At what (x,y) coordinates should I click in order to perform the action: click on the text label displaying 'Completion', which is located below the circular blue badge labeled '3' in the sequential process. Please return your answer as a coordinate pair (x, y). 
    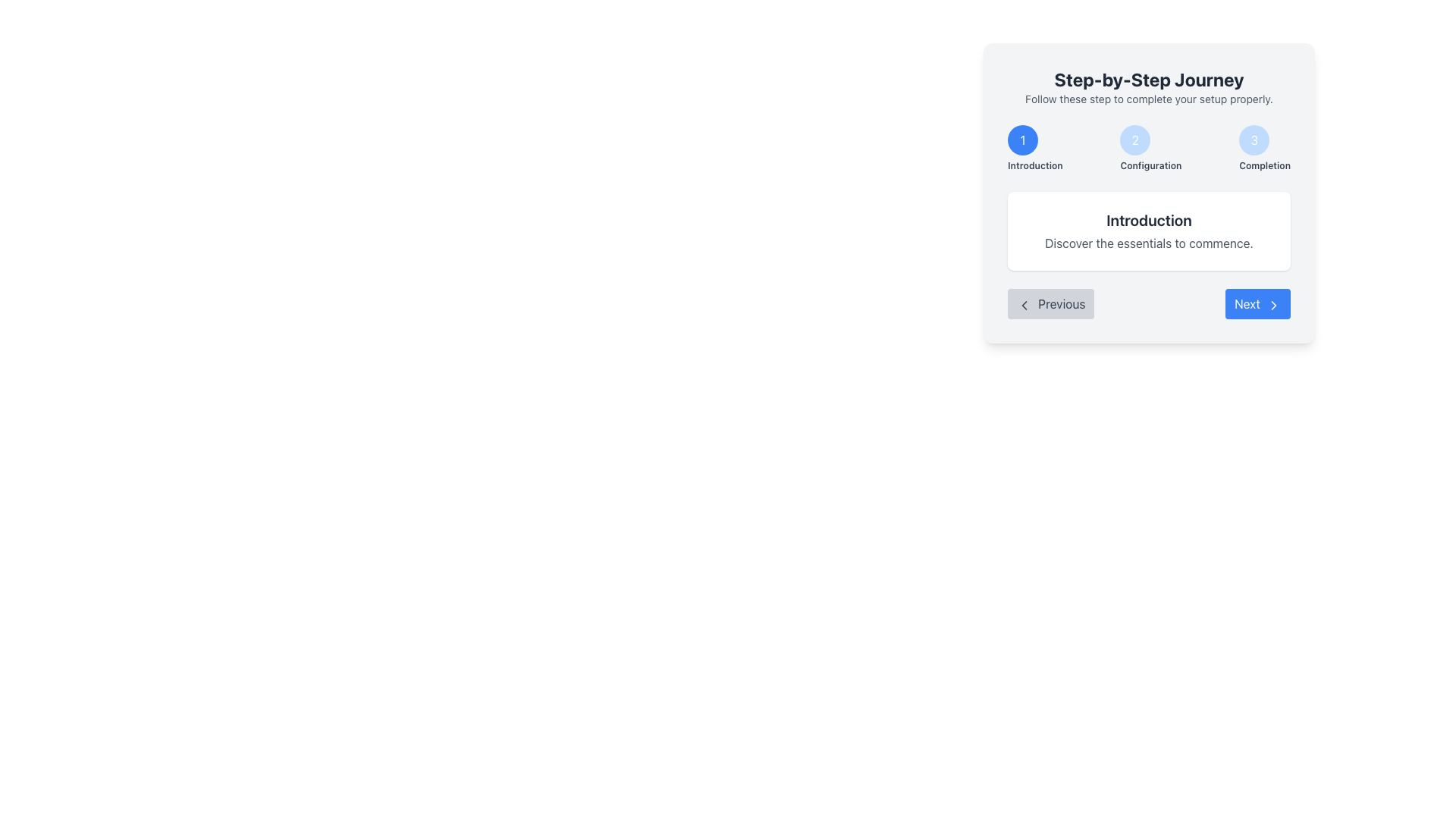
    Looking at the image, I should click on (1265, 165).